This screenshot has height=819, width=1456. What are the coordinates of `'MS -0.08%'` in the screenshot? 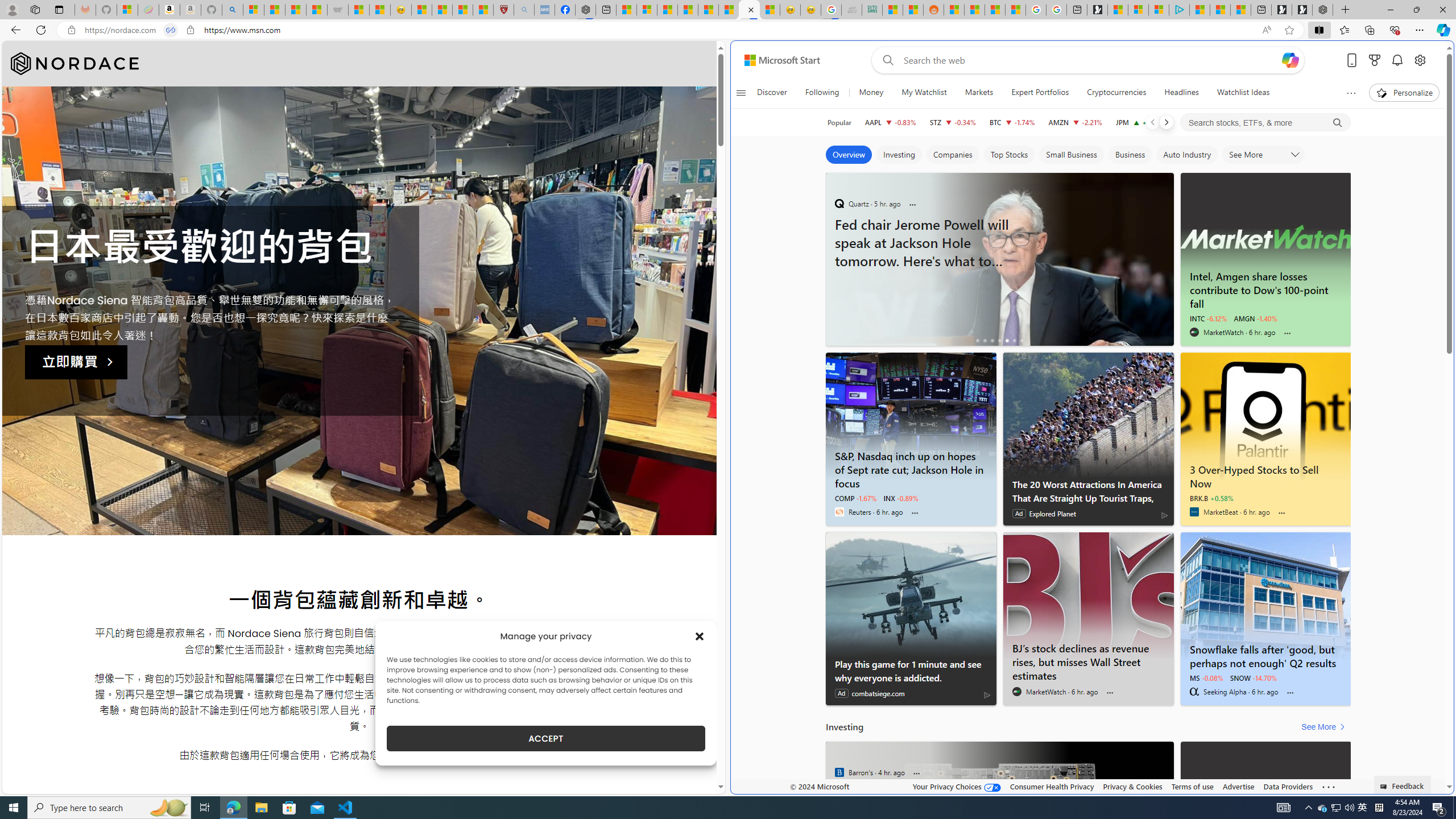 It's located at (1205, 677).